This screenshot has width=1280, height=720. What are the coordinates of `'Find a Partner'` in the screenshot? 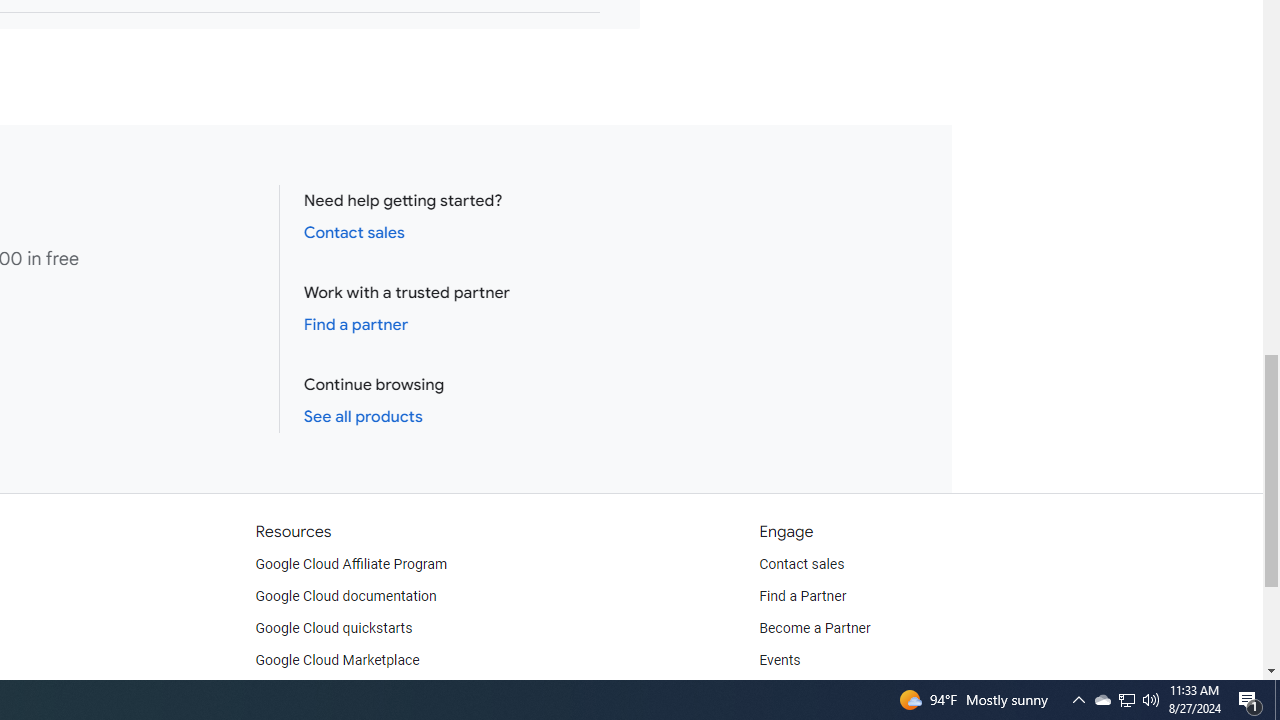 It's located at (803, 595).